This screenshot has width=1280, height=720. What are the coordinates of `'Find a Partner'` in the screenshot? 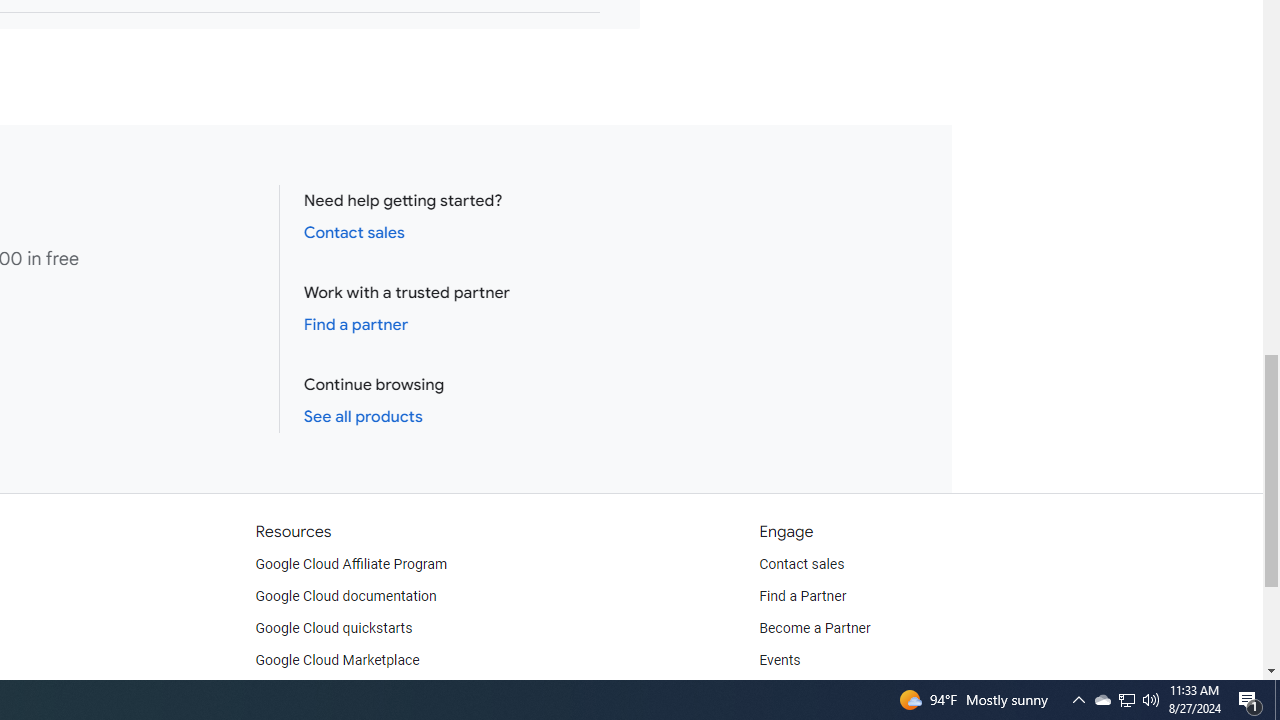 It's located at (803, 595).